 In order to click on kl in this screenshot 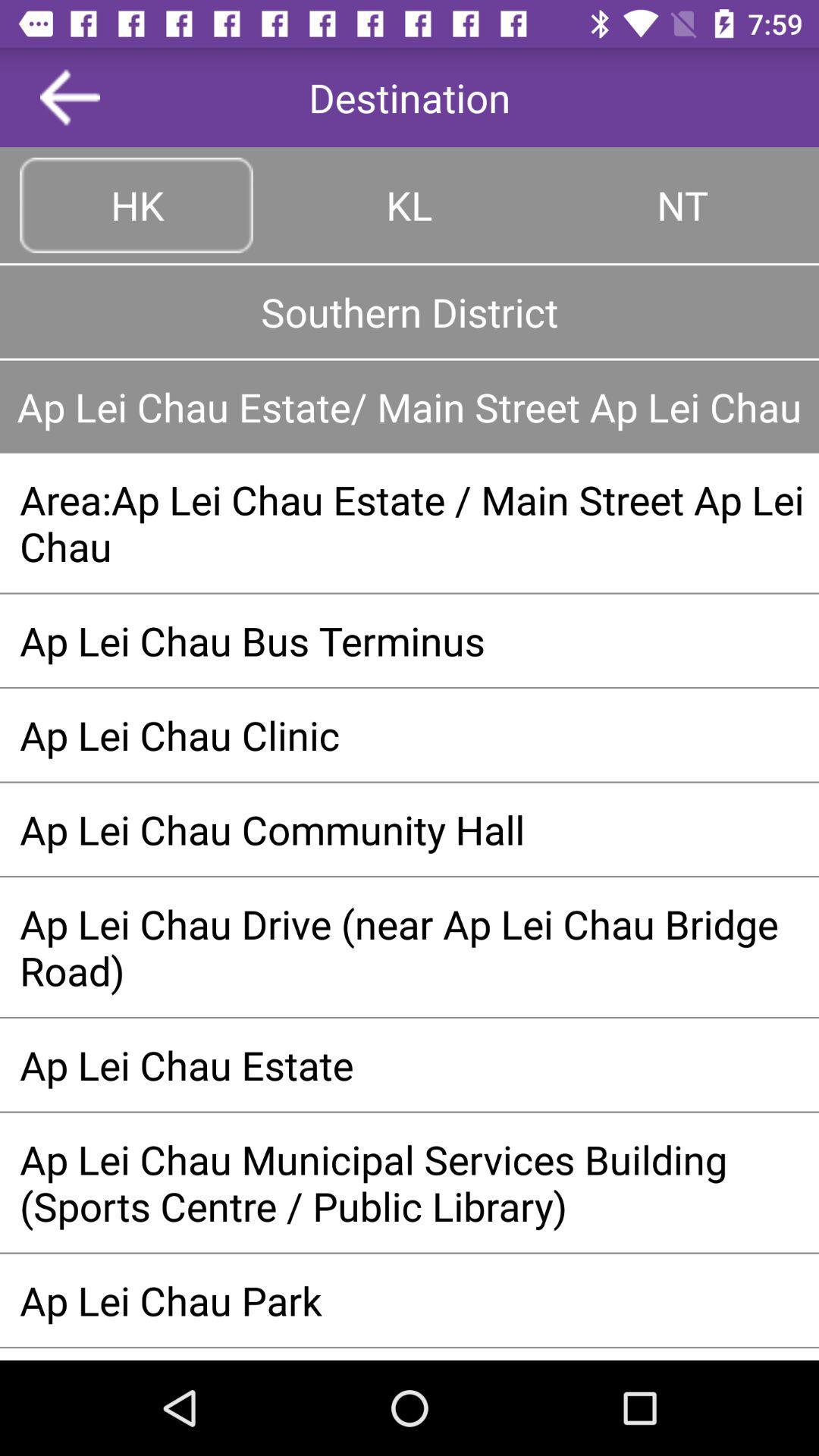, I will do `click(409, 204)`.